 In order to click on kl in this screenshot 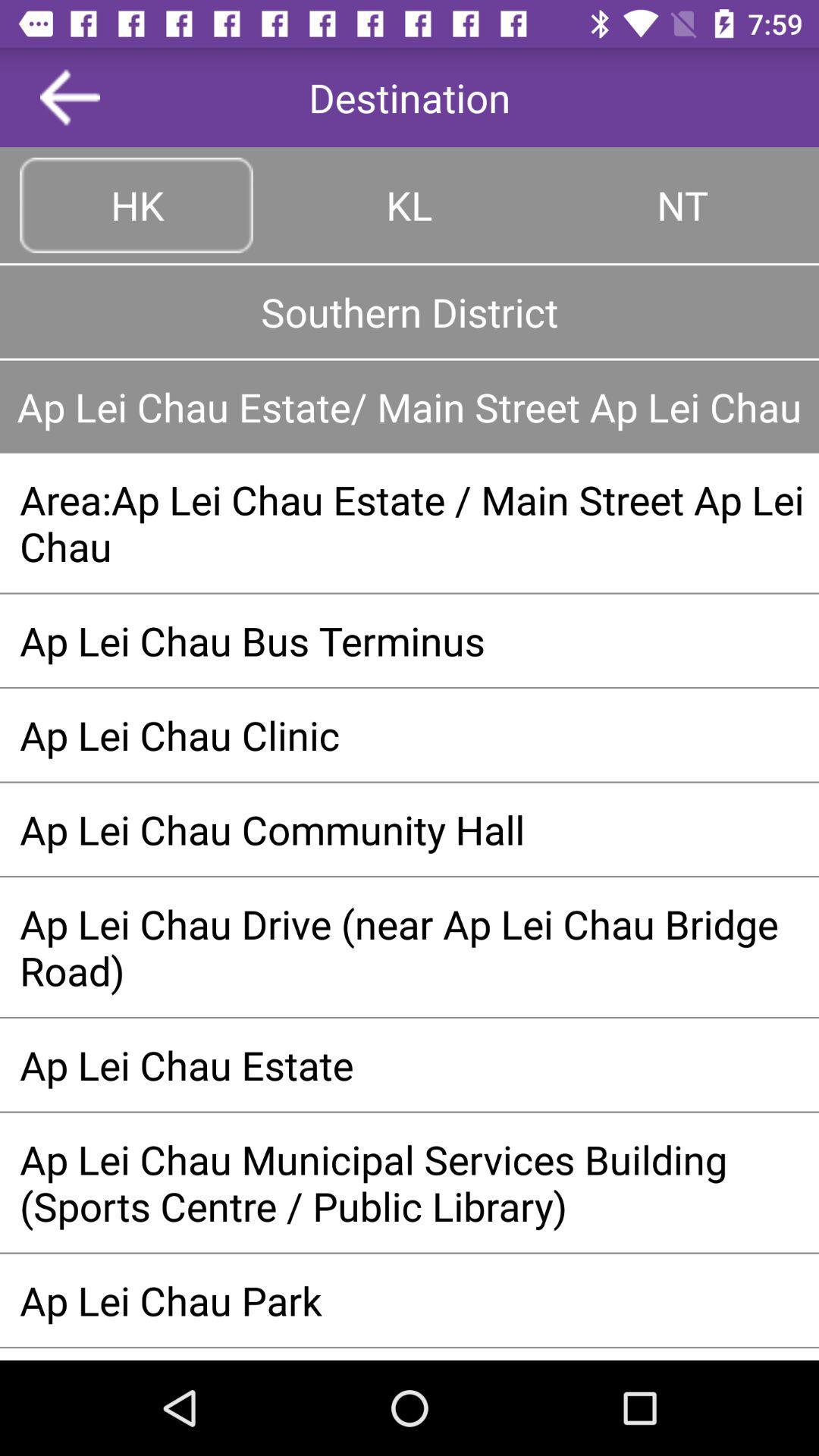, I will do `click(409, 204)`.